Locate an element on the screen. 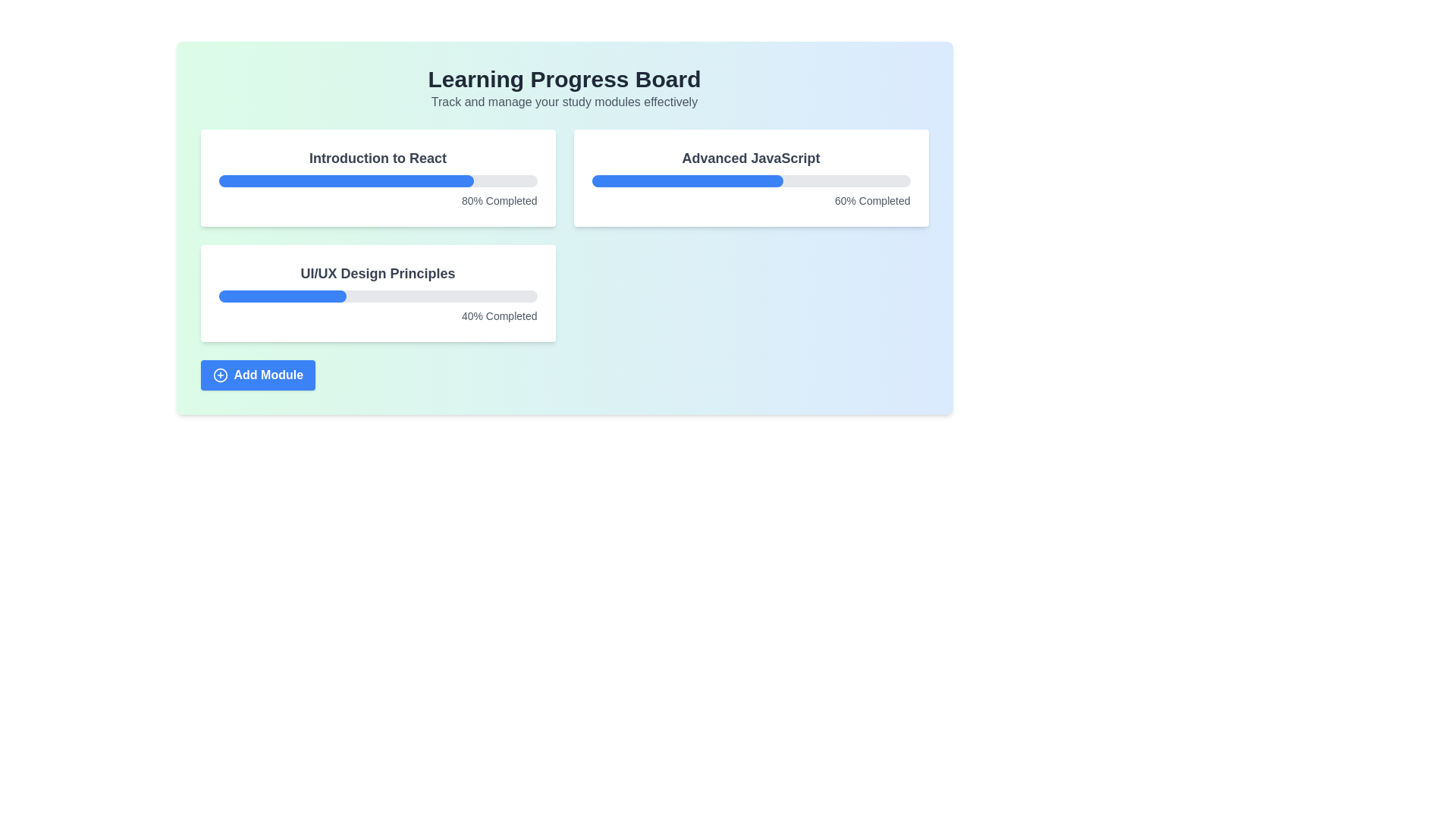  the horizontal progress bar styled with rounded ends, indicating 60% completion, located below the 'Advanced JavaScript' title is located at coordinates (751, 180).